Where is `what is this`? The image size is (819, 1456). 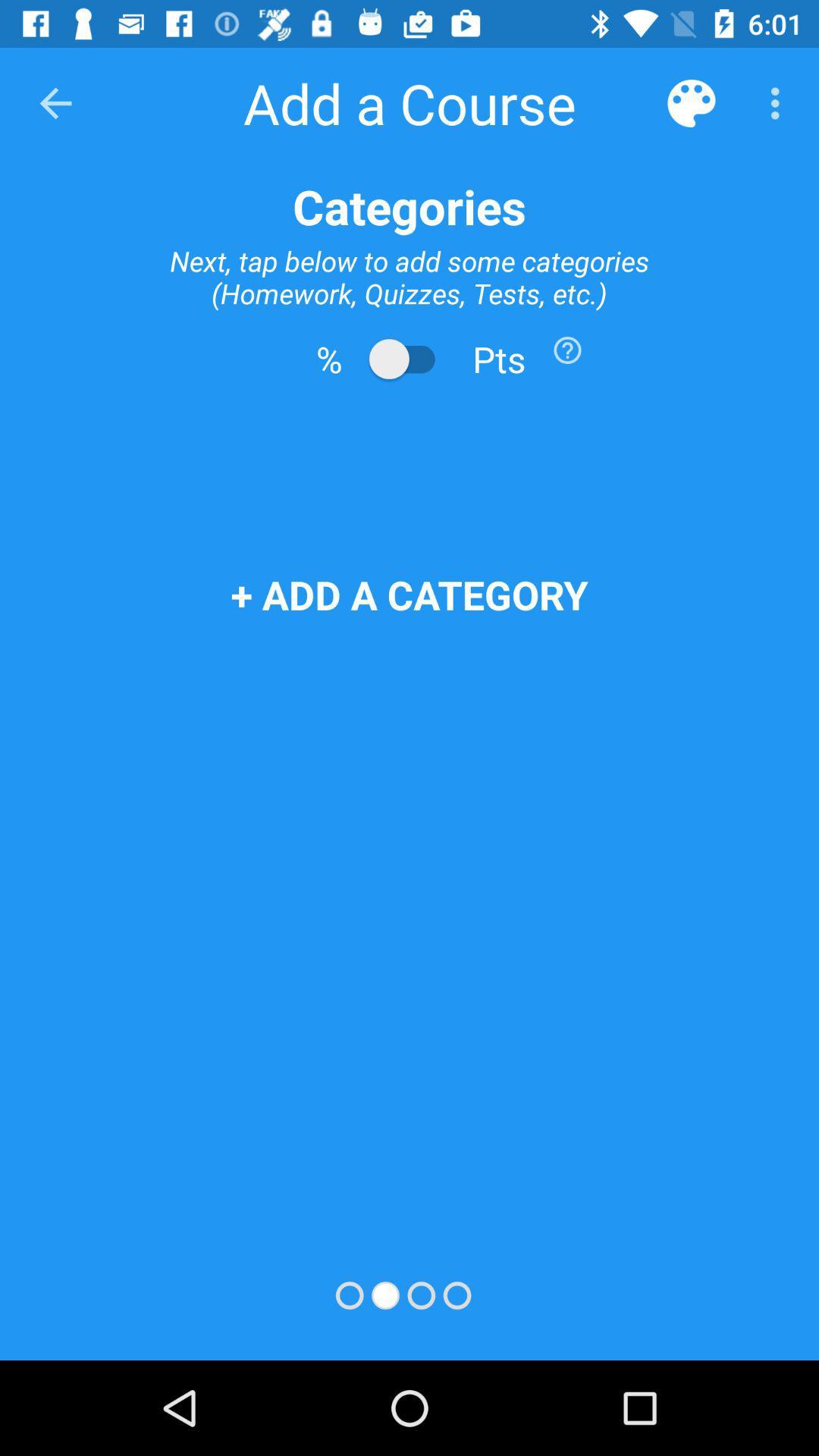 what is this is located at coordinates (567, 349).